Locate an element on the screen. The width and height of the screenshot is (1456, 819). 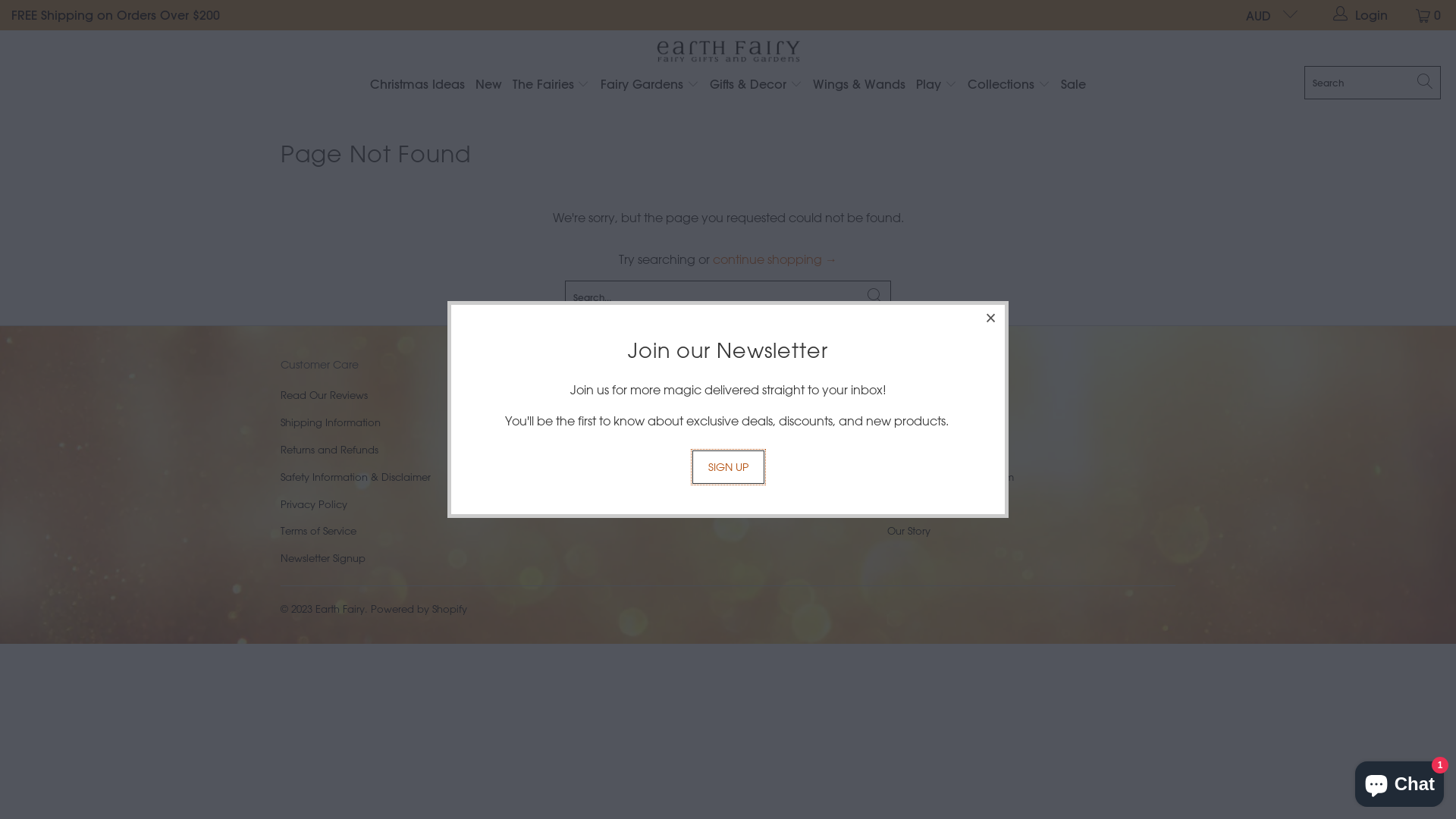
'Privacy Policy' is located at coordinates (312, 504).